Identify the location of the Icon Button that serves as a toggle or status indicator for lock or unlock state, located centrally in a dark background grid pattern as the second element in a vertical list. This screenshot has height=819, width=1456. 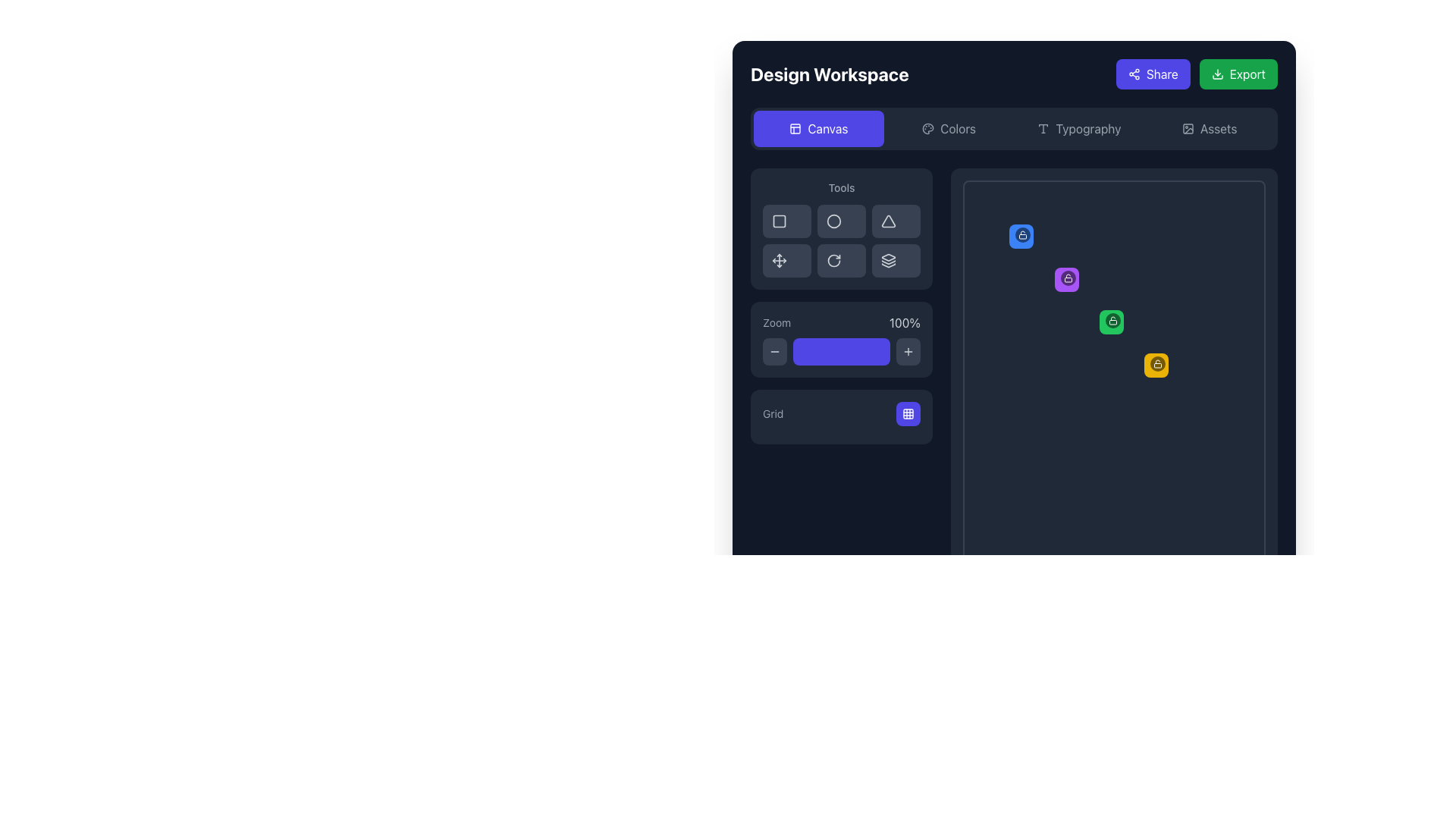
(1065, 279).